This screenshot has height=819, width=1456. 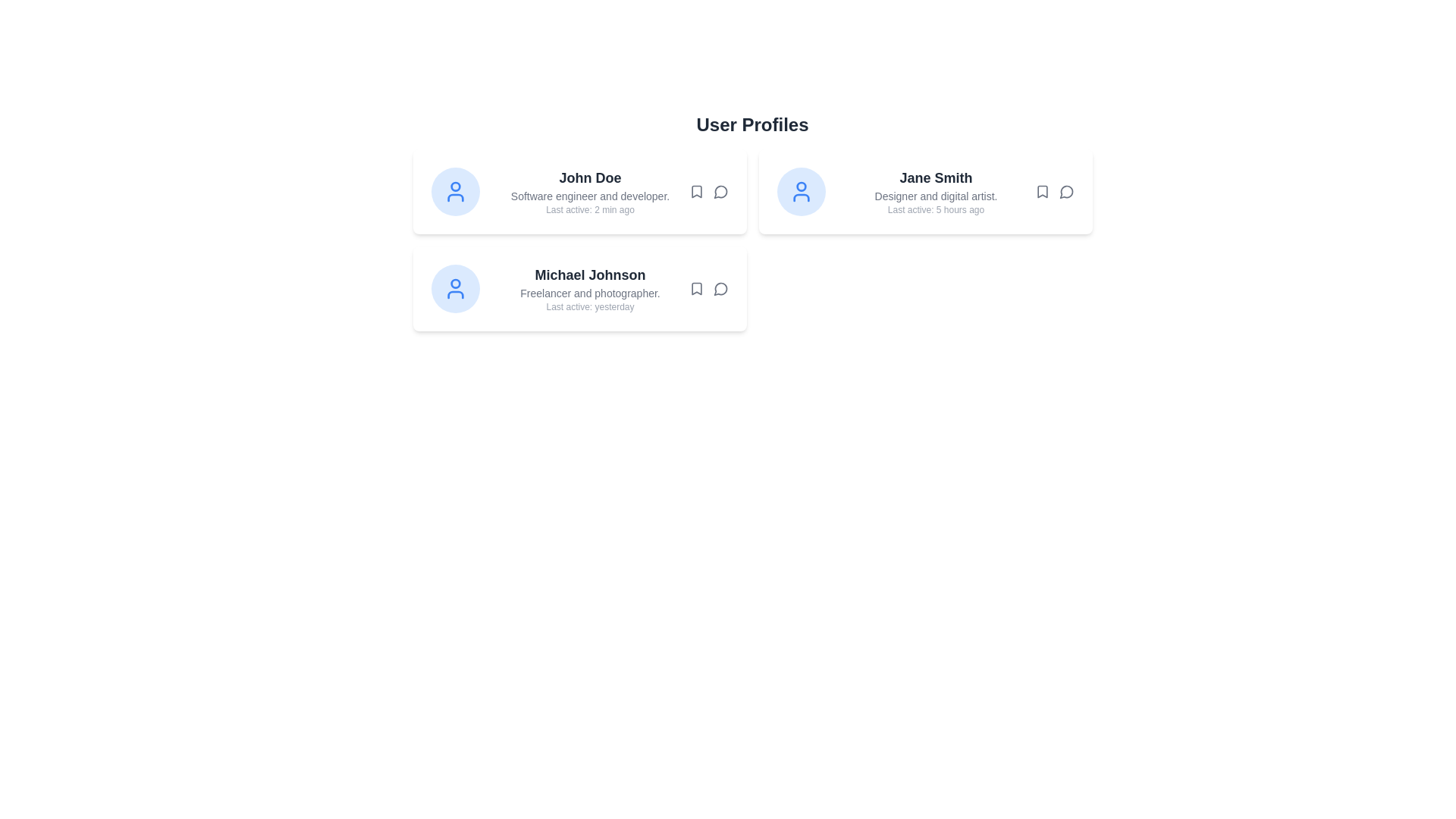 What do you see at coordinates (454, 289) in the screenshot?
I see `the Profile Avatar of user 'Michael Johnson', which is located within his card and positioned to the left of the text content` at bounding box center [454, 289].